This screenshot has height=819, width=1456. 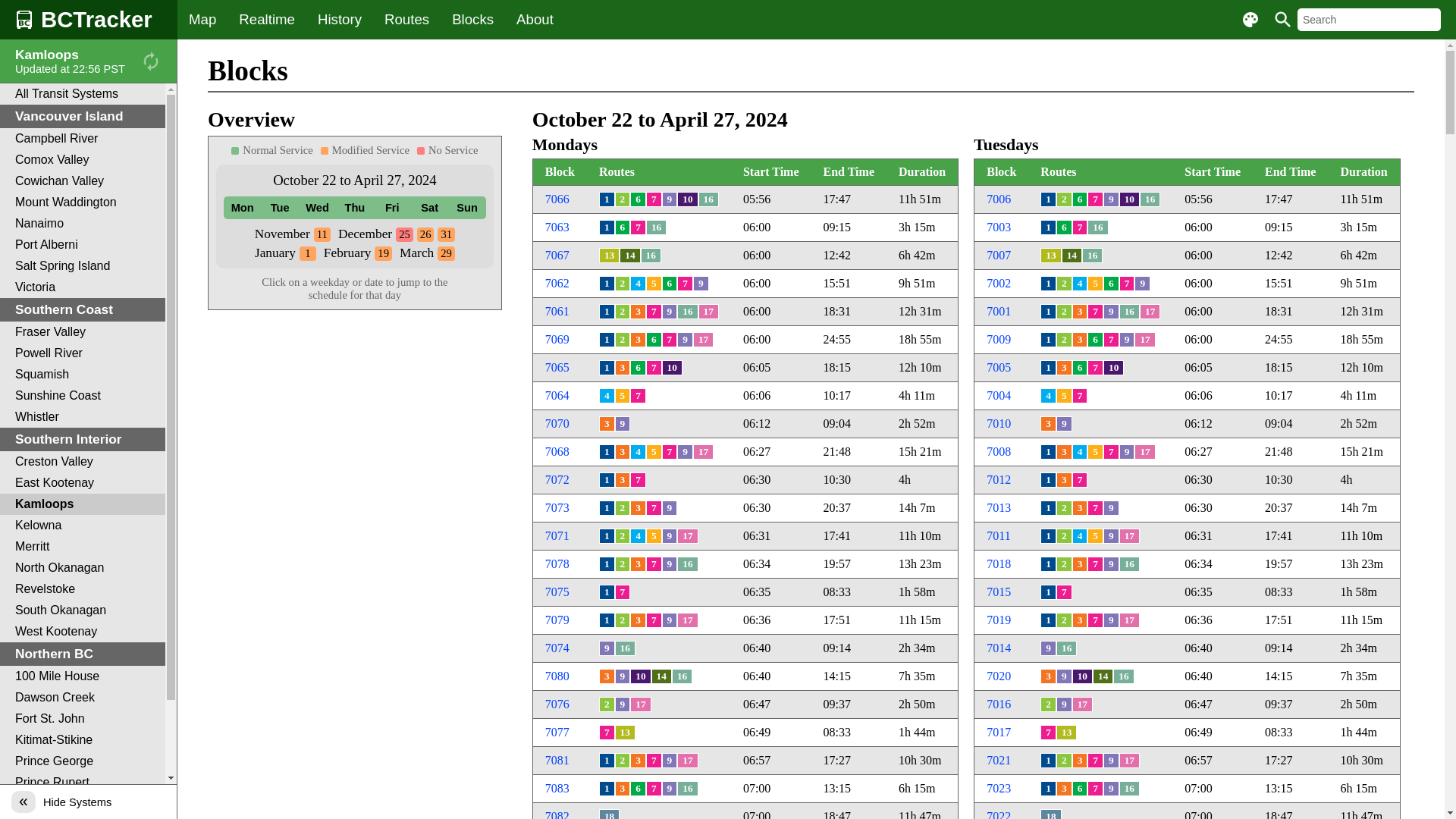 I want to click on '7', so click(x=638, y=227).